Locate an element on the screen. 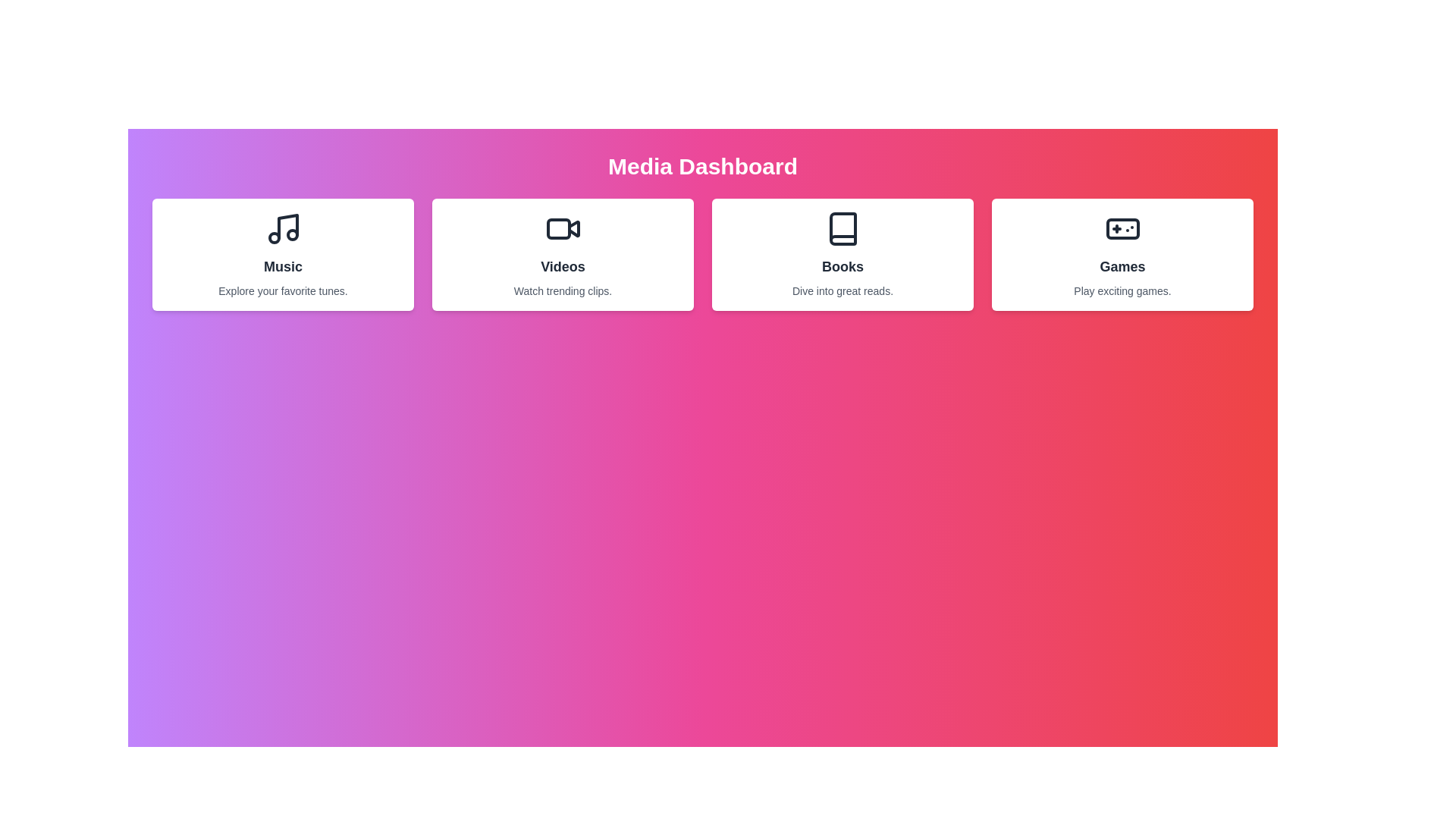  'Music' text label that specifies the category for the first card in the grid, which is located below an icon and above a descriptive line of text is located at coordinates (283, 265).